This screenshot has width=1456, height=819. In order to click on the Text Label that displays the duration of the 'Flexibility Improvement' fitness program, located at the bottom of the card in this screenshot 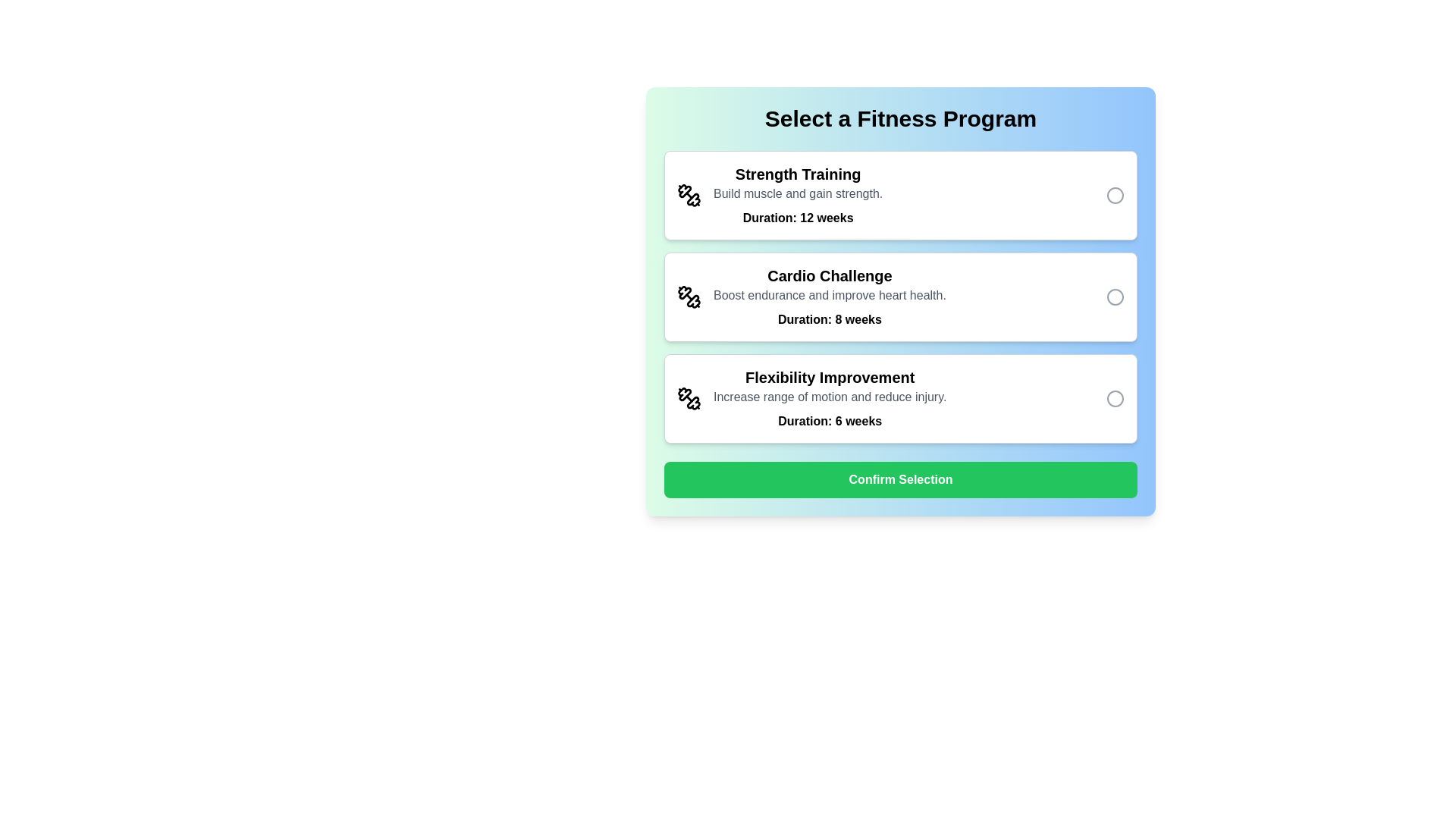, I will do `click(829, 421)`.